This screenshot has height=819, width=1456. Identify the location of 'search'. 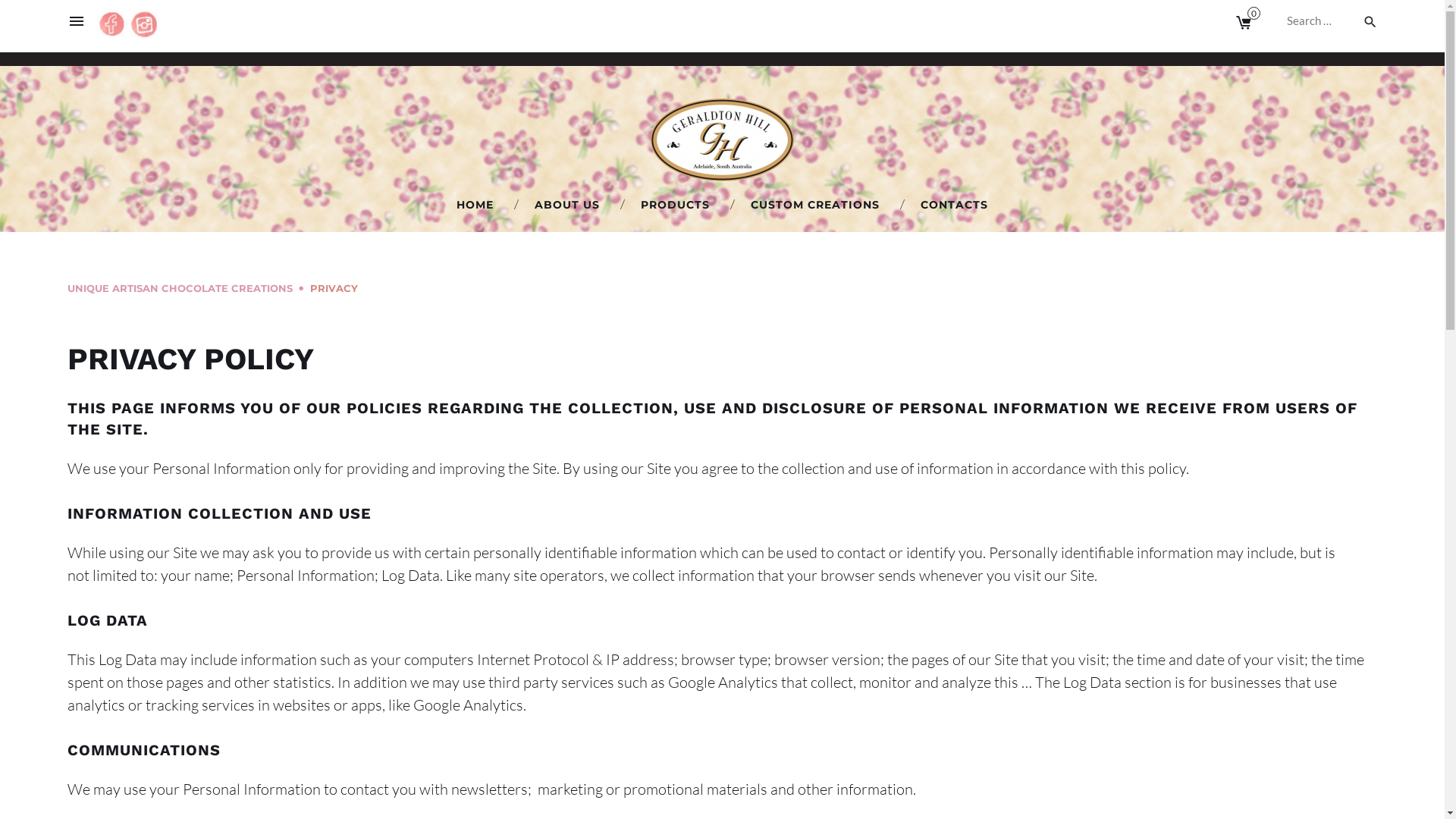
(1369, 22).